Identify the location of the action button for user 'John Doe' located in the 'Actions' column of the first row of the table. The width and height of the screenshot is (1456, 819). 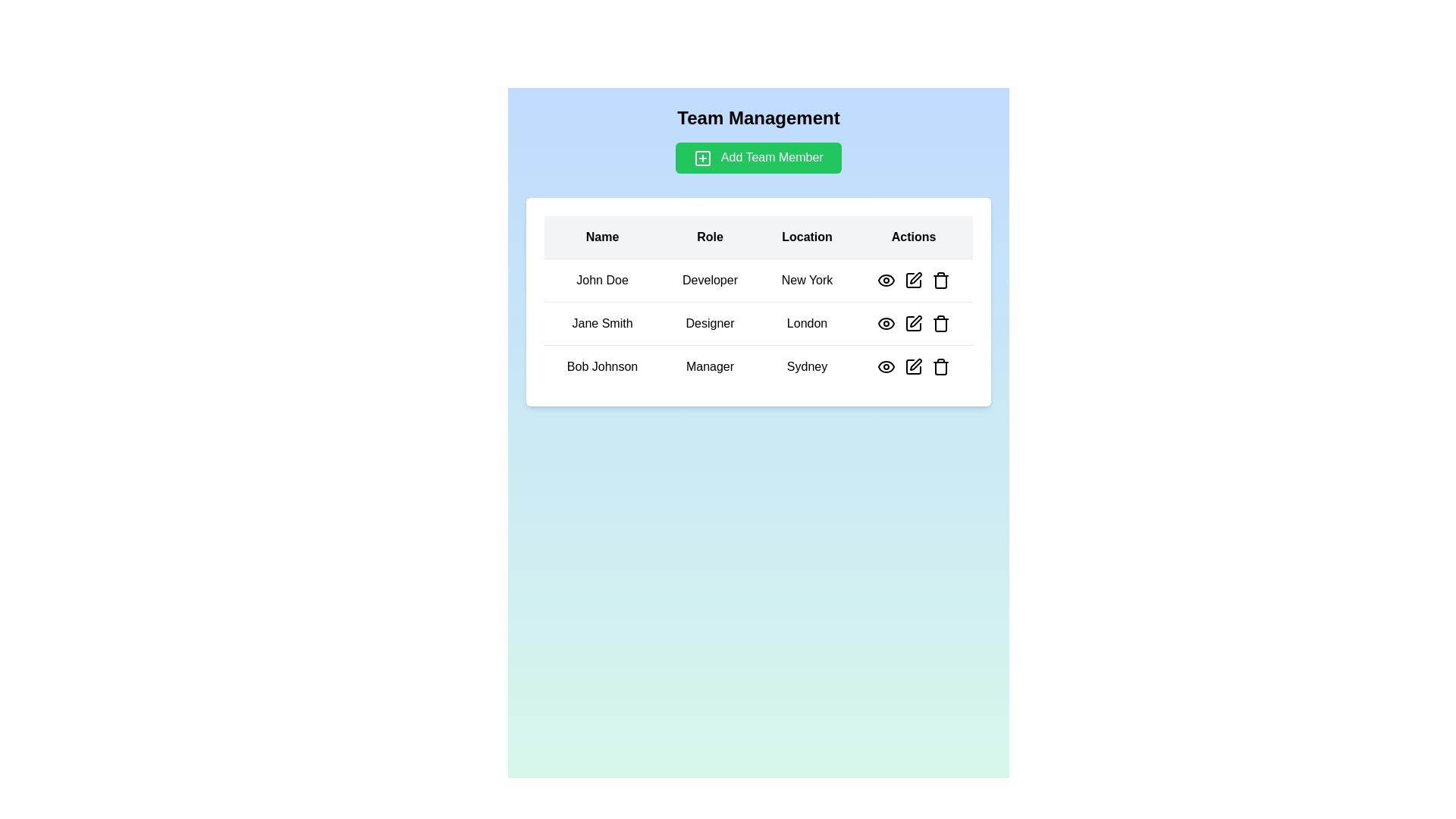
(886, 280).